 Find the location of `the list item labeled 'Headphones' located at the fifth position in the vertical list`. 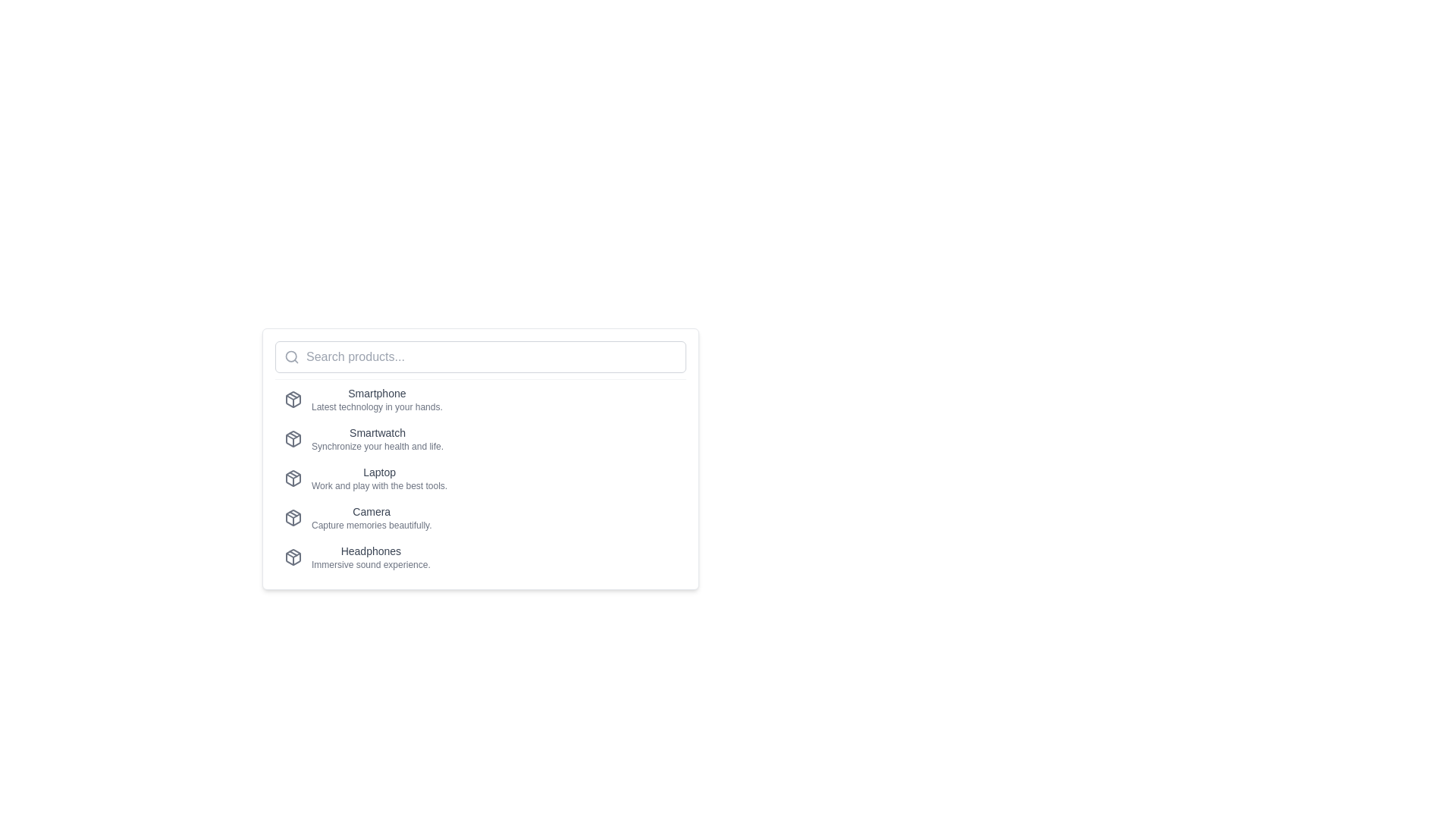

the list item labeled 'Headphones' located at the fifth position in the vertical list is located at coordinates (479, 557).